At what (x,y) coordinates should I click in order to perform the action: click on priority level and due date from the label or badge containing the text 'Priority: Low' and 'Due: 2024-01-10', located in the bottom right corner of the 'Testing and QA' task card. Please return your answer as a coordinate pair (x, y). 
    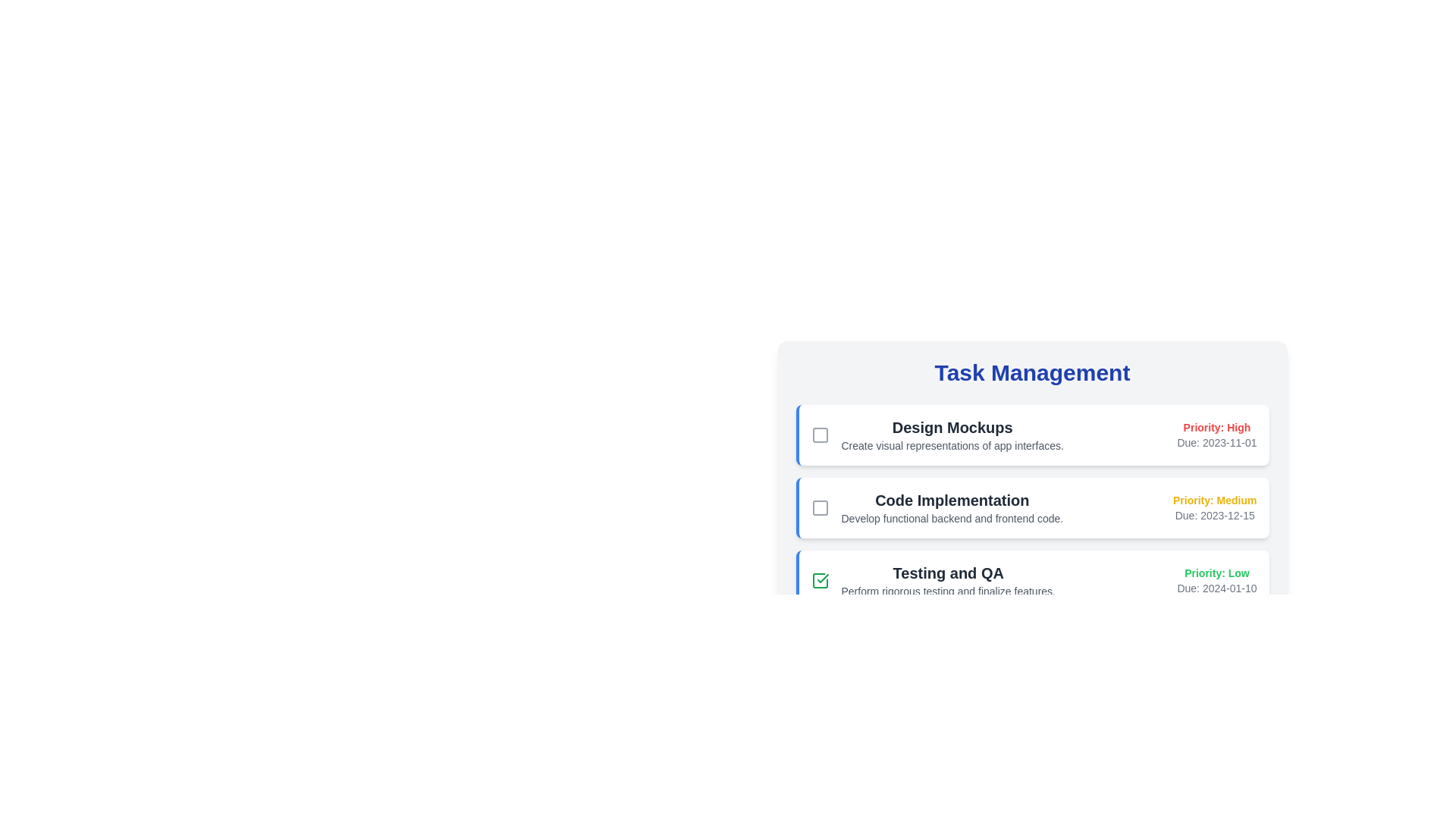
    Looking at the image, I should click on (1216, 580).